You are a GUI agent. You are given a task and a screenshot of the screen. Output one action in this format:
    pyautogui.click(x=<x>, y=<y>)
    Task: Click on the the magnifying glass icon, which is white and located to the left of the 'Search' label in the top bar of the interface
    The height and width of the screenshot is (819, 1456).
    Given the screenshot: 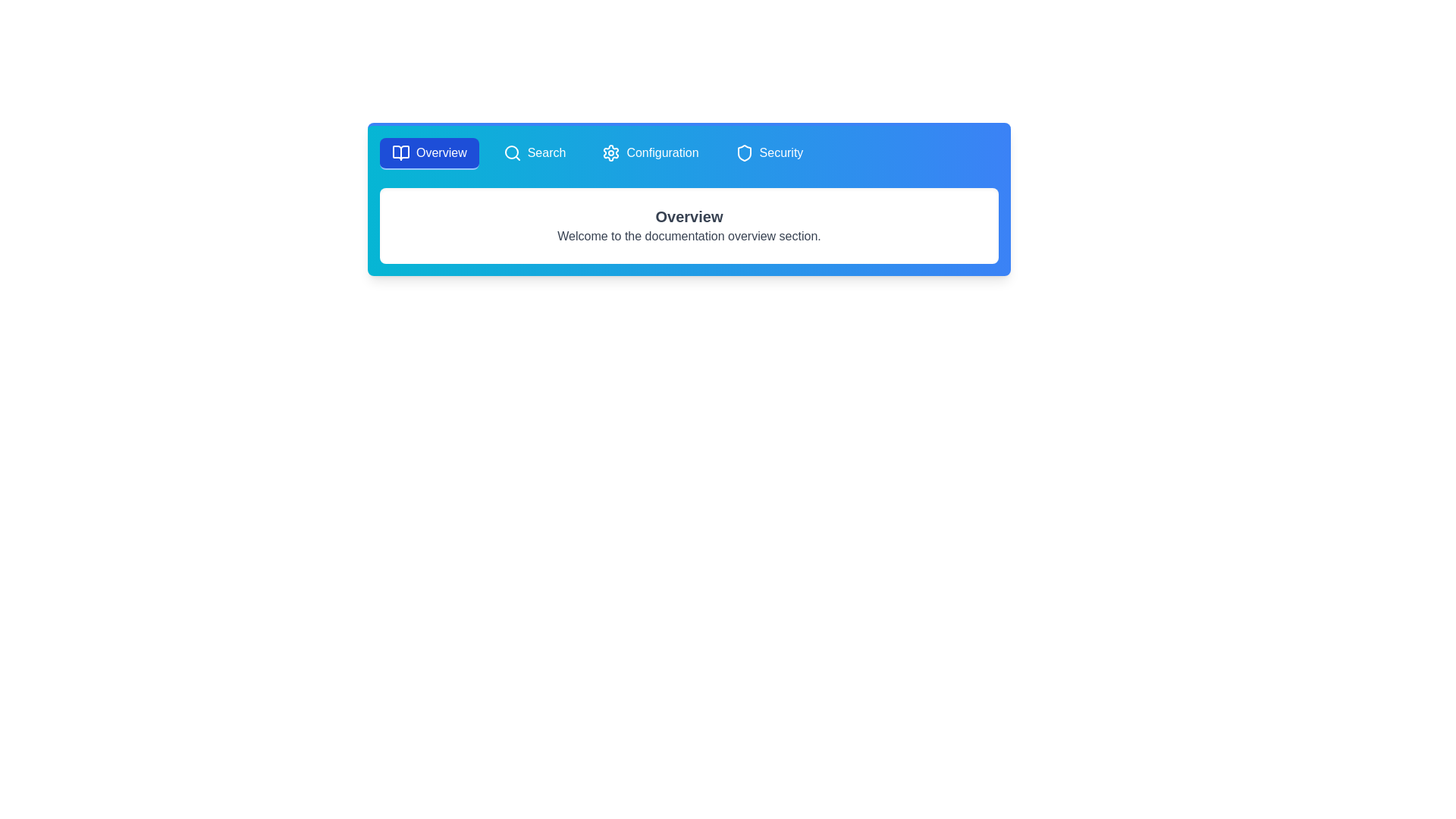 What is the action you would take?
    pyautogui.click(x=512, y=152)
    